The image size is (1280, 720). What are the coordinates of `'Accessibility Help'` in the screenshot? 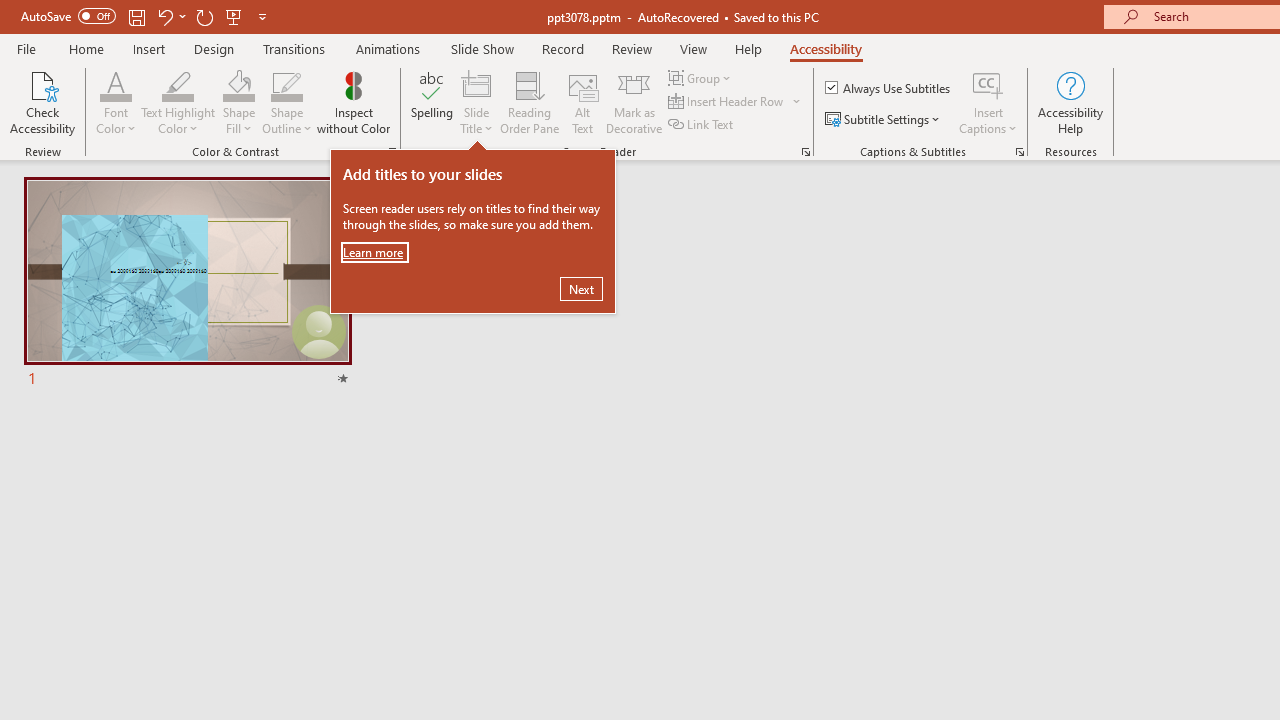 It's located at (1069, 103).